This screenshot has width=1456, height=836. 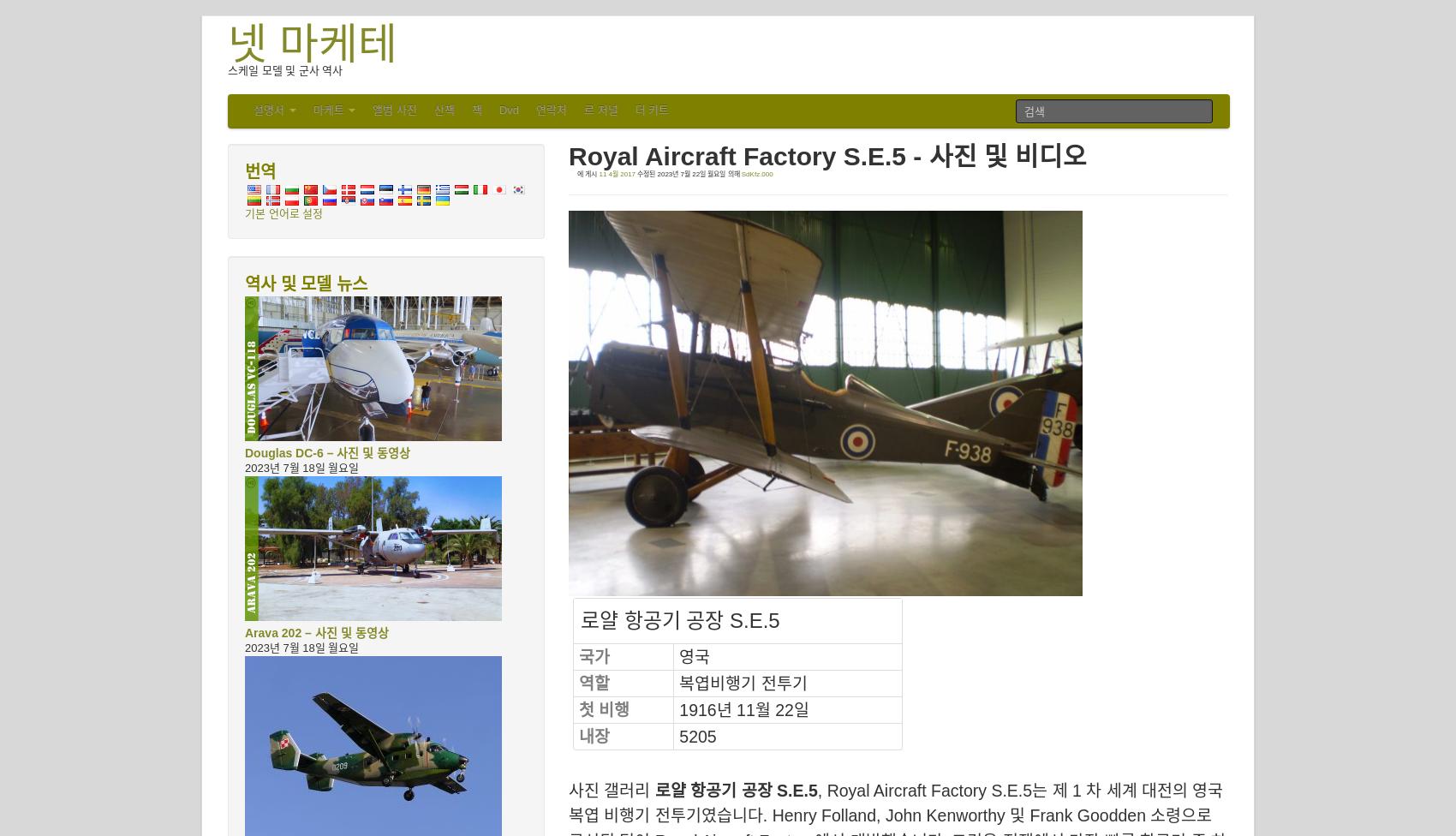 What do you see at coordinates (617, 173) in the screenshot?
I see `'11 4월 2017'` at bounding box center [617, 173].